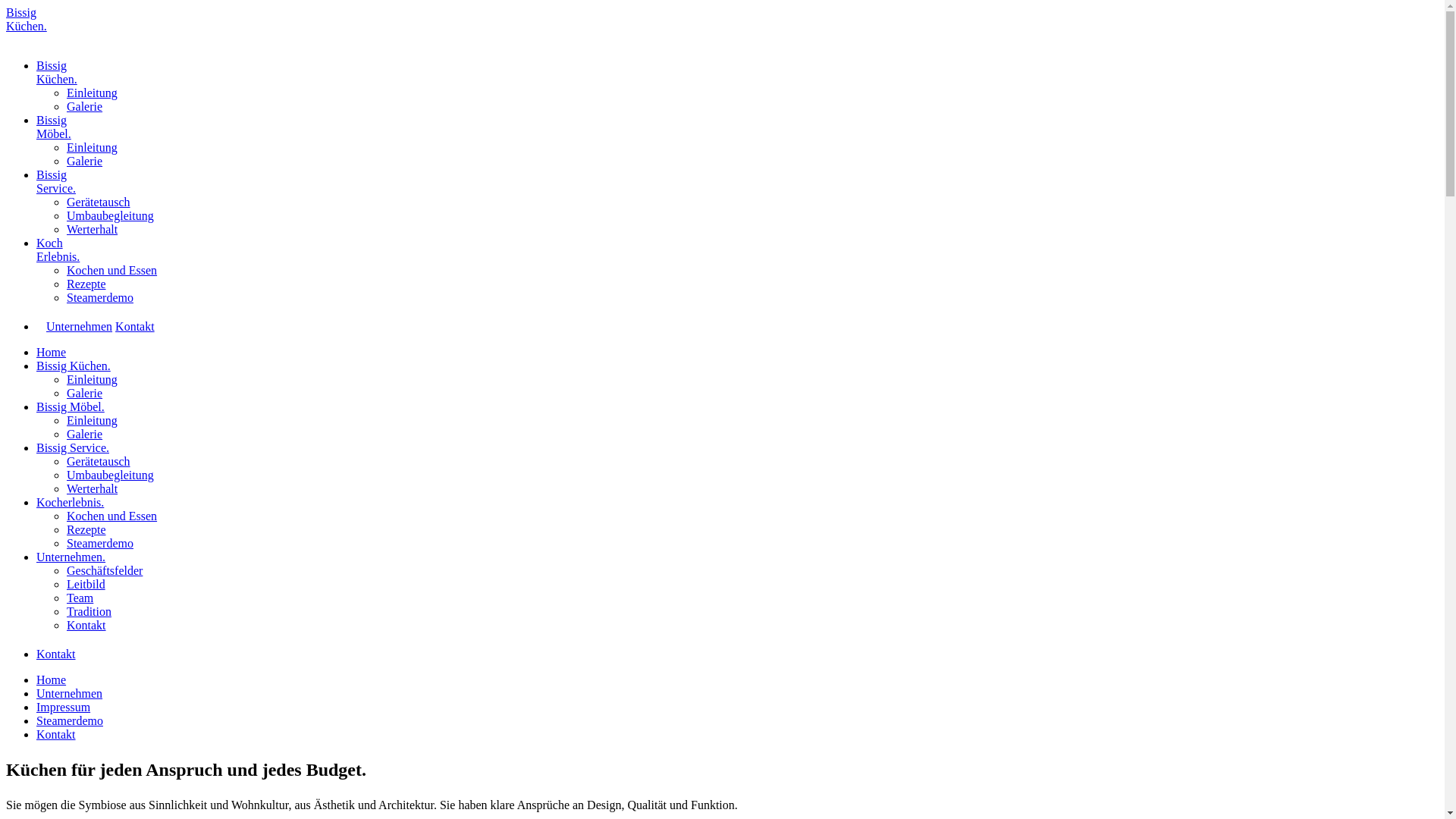  Describe the element at coordinates (91, 93) in the screenshot. I see `'Einleitung'` at that location.